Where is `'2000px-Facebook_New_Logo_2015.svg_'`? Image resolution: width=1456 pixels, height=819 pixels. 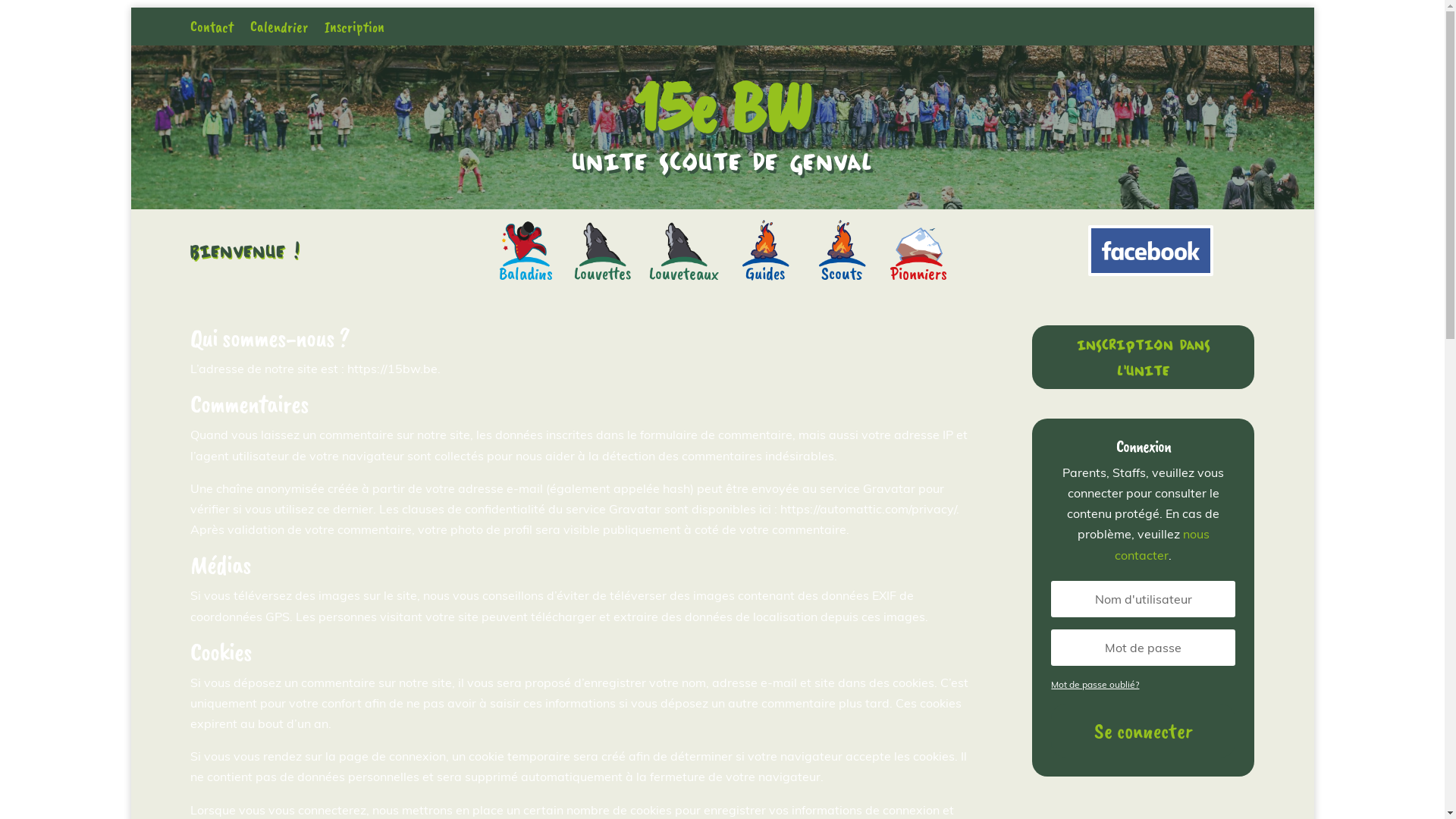
'2000px-Facebook_New_Logo_2015.svg_' is located at coordinates (1150, 249).